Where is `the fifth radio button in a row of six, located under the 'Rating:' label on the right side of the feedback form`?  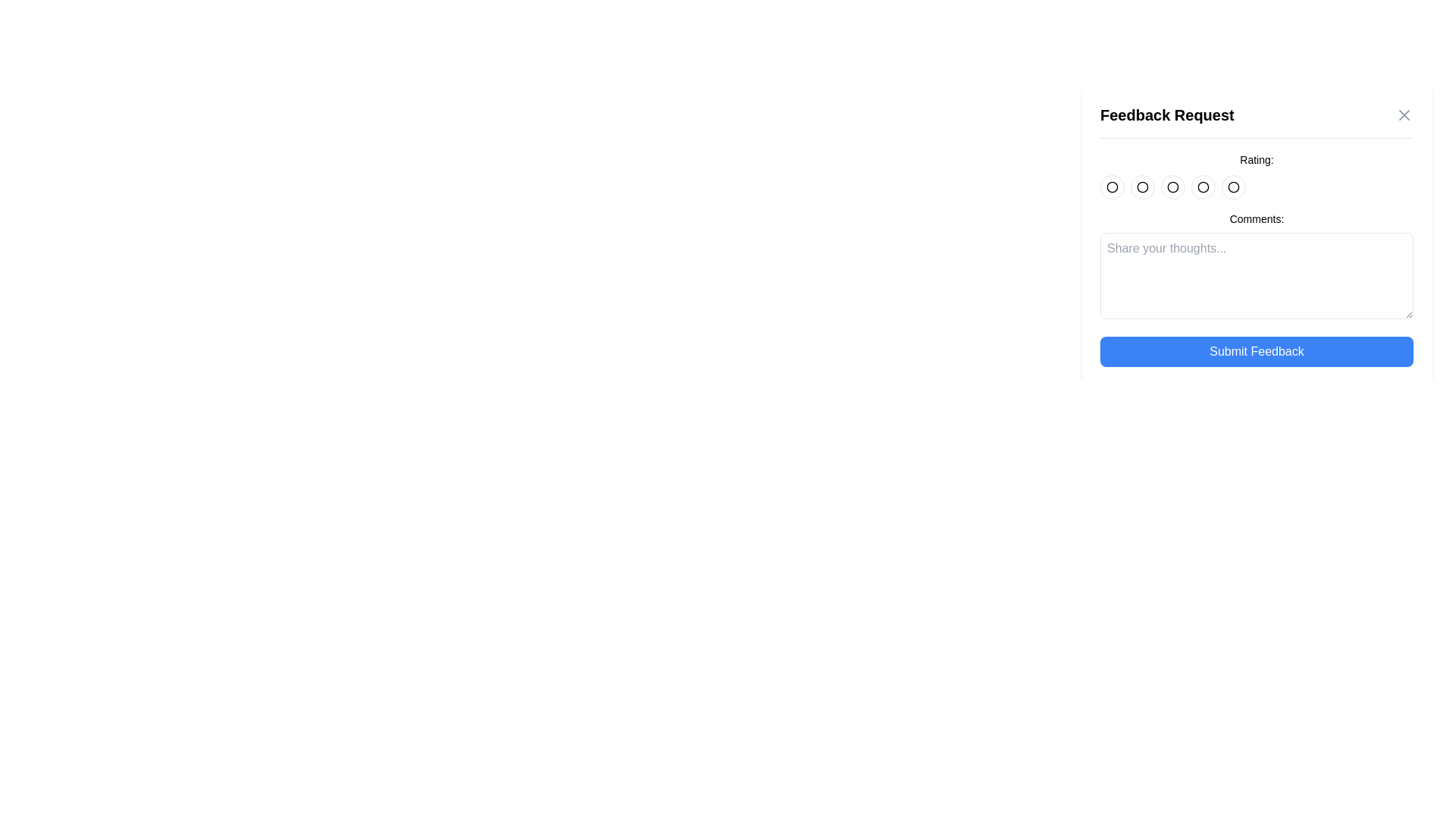 the fifth radio button in a row of six, located under the 'Rating:' label on the right side of the feedback form is located at coordinates (1203, 186).